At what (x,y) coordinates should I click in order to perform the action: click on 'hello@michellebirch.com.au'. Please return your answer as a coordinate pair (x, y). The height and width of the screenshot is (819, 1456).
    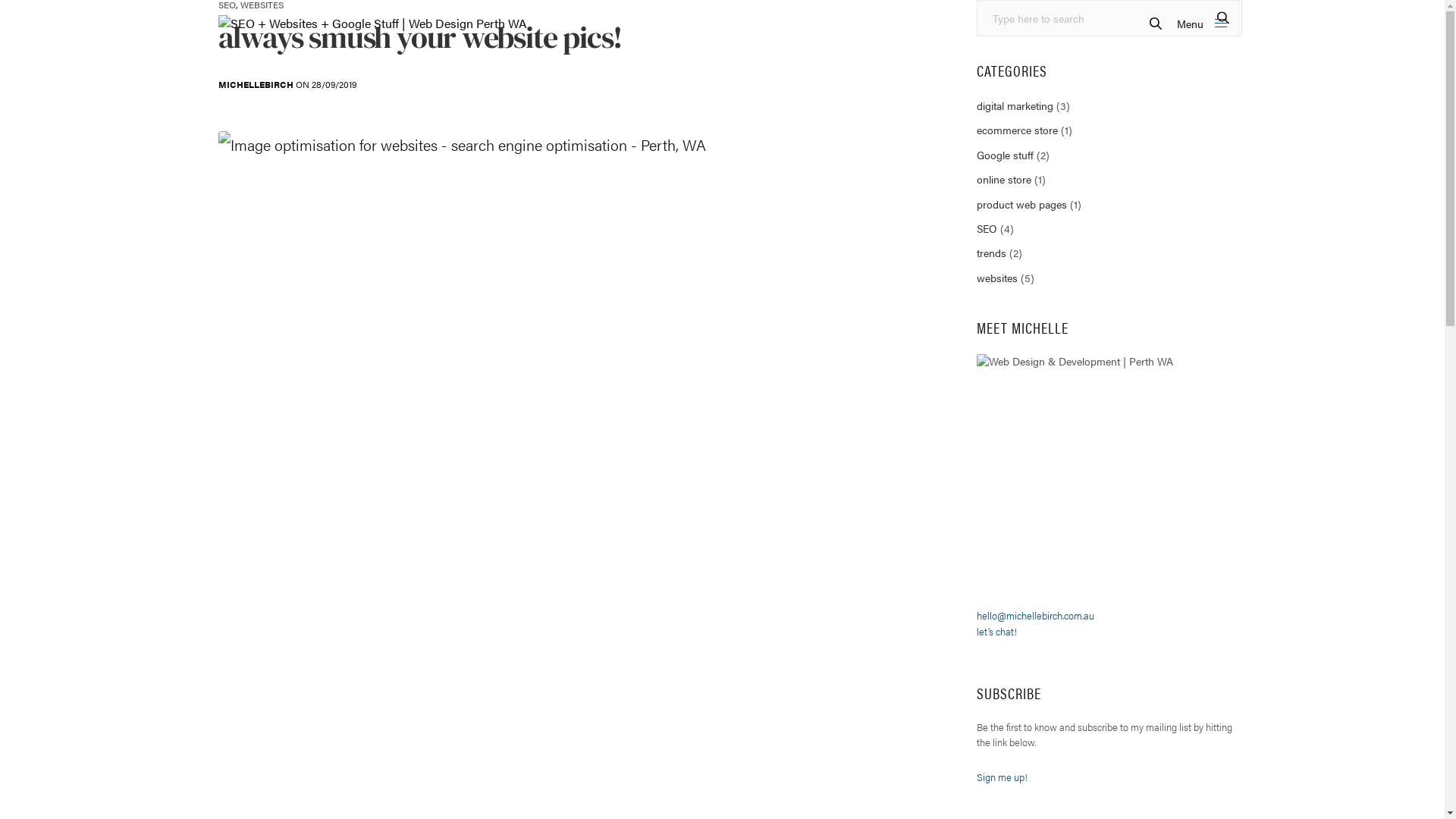
    Looking at the image, I should click on (976, 615).